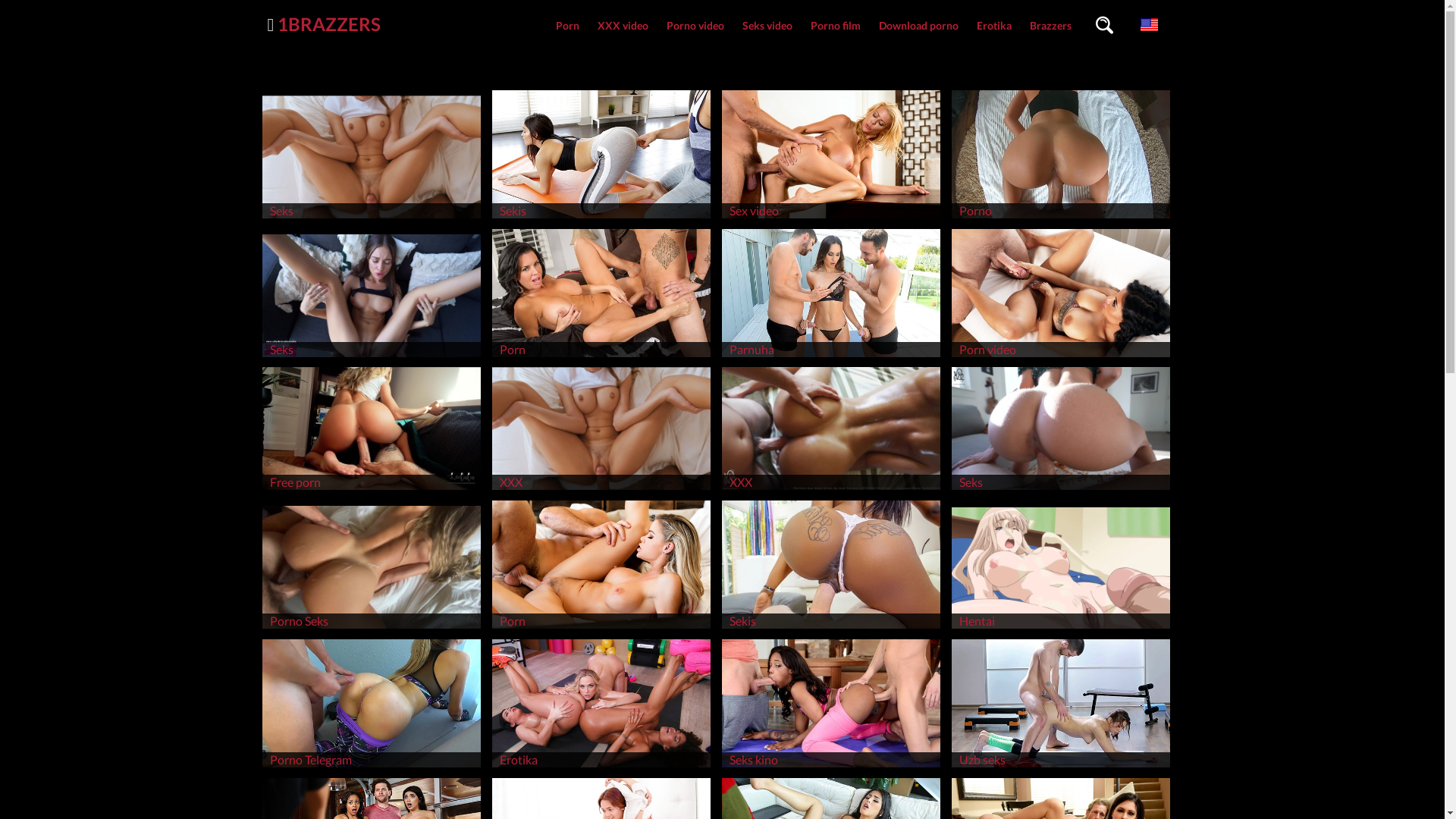  What do you see at coordinates (328, 24) in the screenshot?
I see `'1BRAZZERS'` at bounding box center [328, 24].